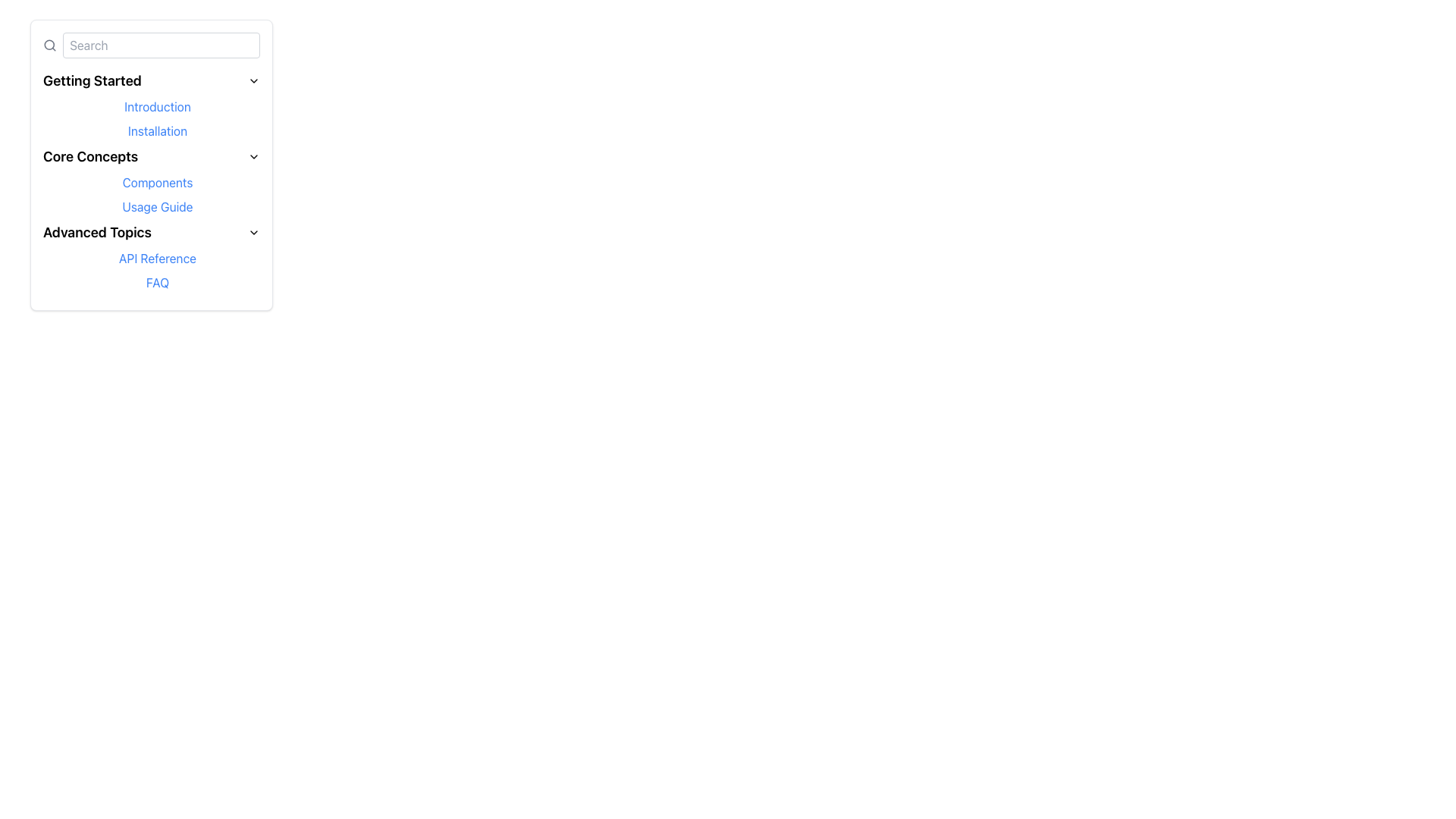 The width and height of the screenshot is (1456, 819). I want to click on the circular shape of the magnifying glass icon, which symbolizes the search function, located in the top left section of the sidebar layout, so click(49, 44).